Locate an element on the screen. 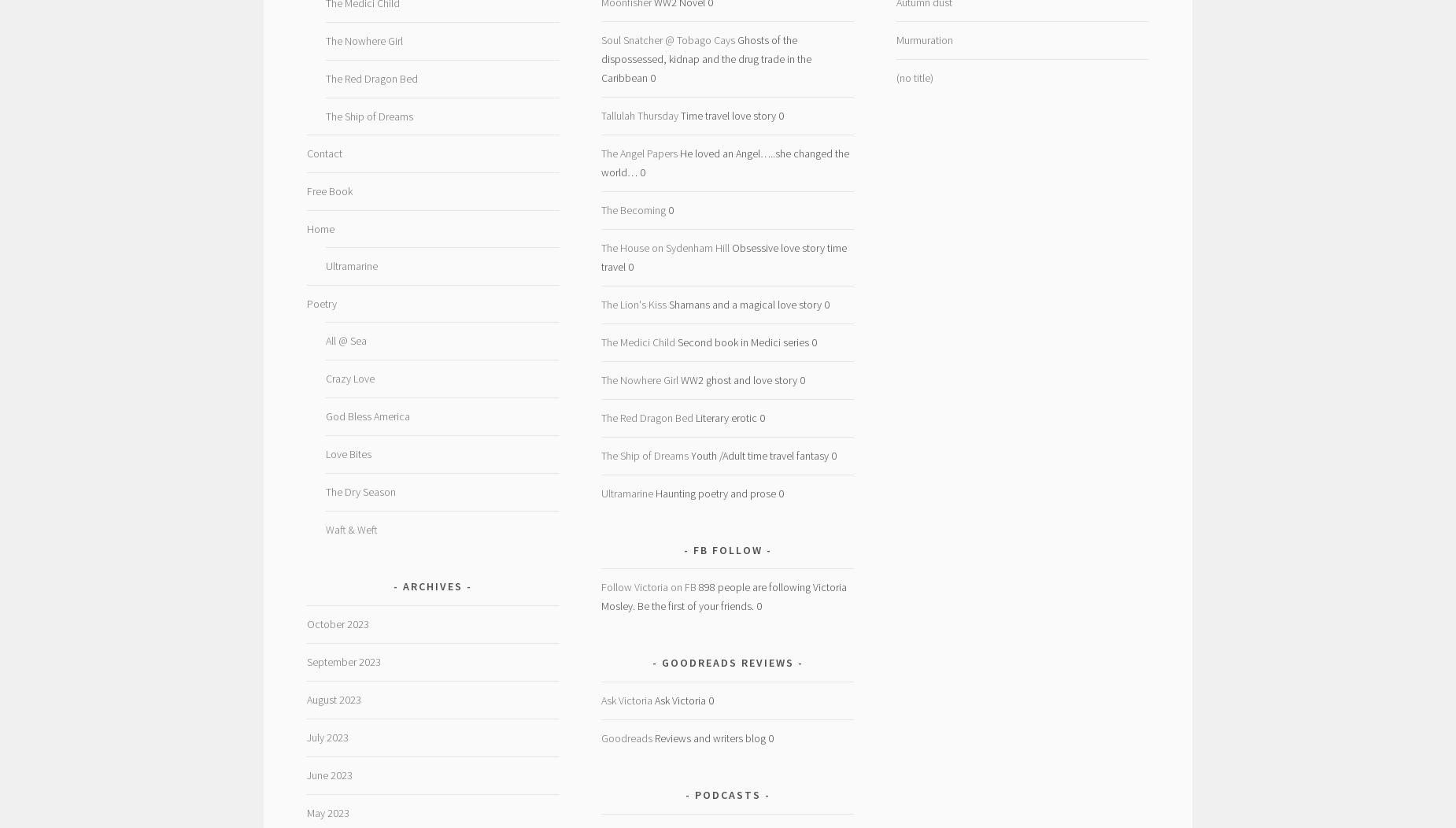  'The Becoming' is located at coordinates (633, 209).